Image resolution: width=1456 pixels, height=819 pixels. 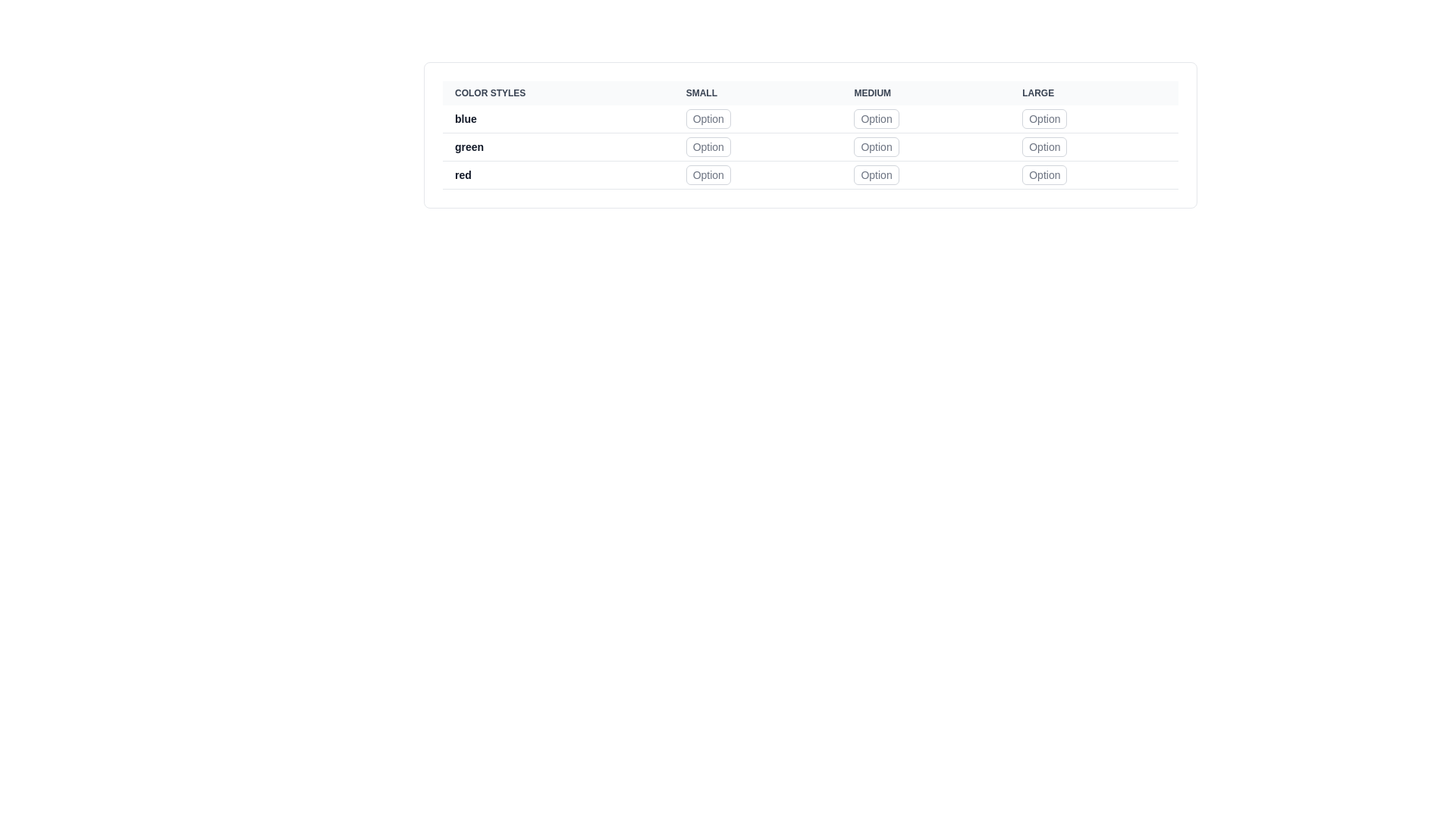 What do you see at coordinates (877, 118) in the screenshot?
I see `the rectangular button with rounded corners labeled 'Option' in the 'Medium' column of the table under the 'blue' category` at bounding box center [877, 118].